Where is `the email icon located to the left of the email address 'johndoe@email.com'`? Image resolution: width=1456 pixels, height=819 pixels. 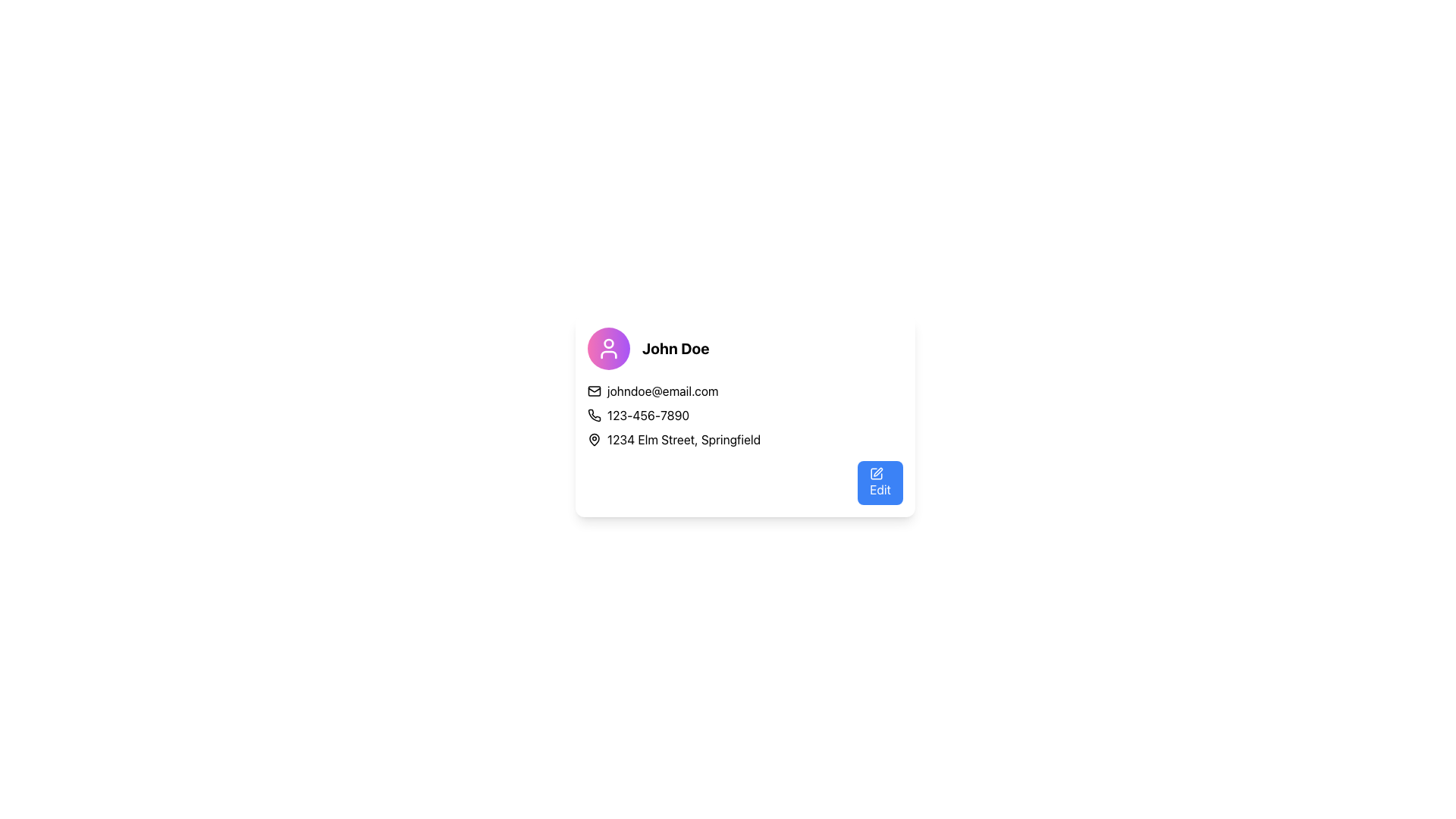
the email icon located to the left of the email address 'johndoe@email.com' is located at coordinates (593, 391).